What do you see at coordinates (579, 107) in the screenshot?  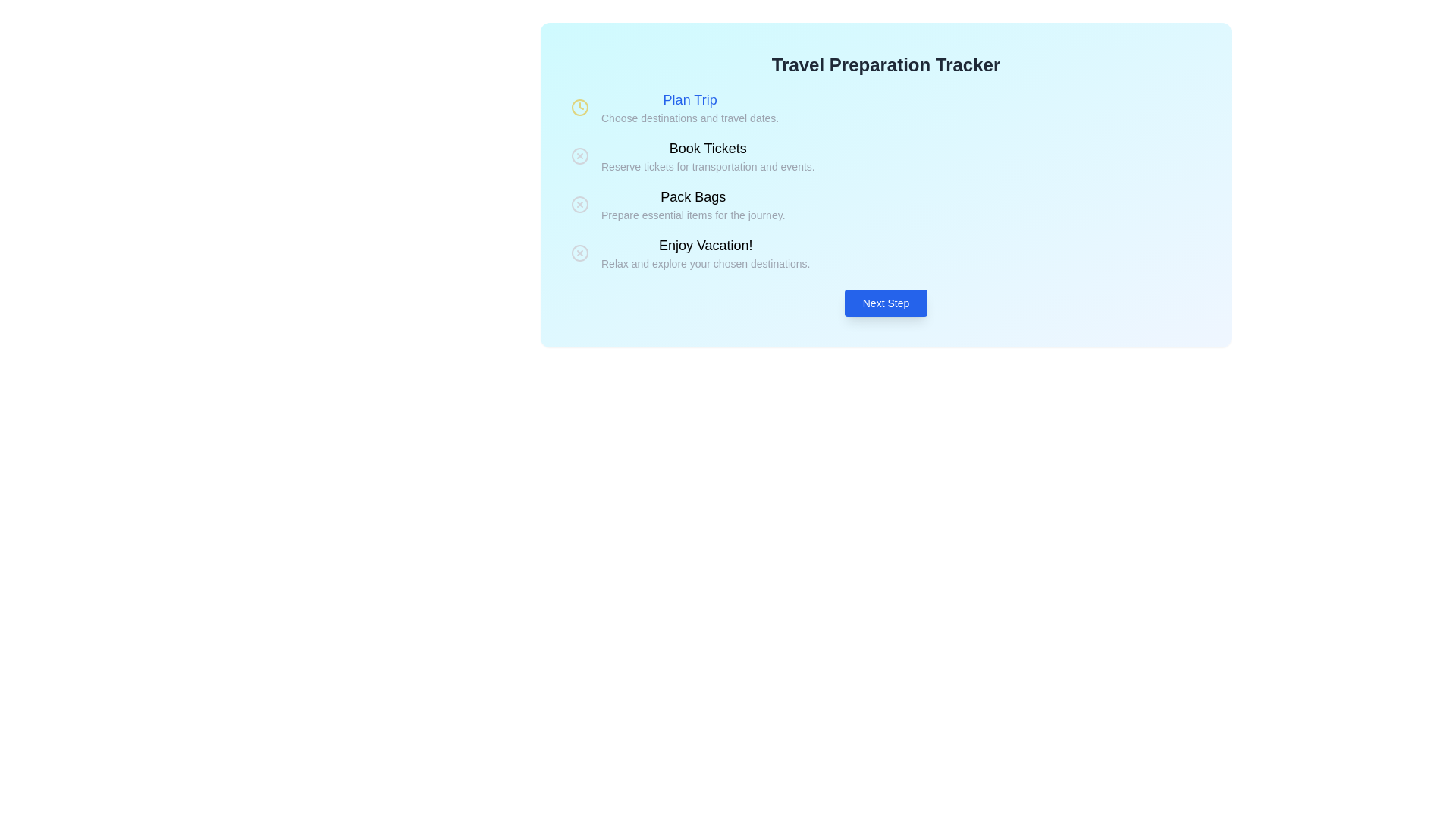 I see `the pulsating animation of the circular clock icon located to the left of the 'Plan Trip' text header in the 'Plan Trip' section` at bounding box center [579, 107].